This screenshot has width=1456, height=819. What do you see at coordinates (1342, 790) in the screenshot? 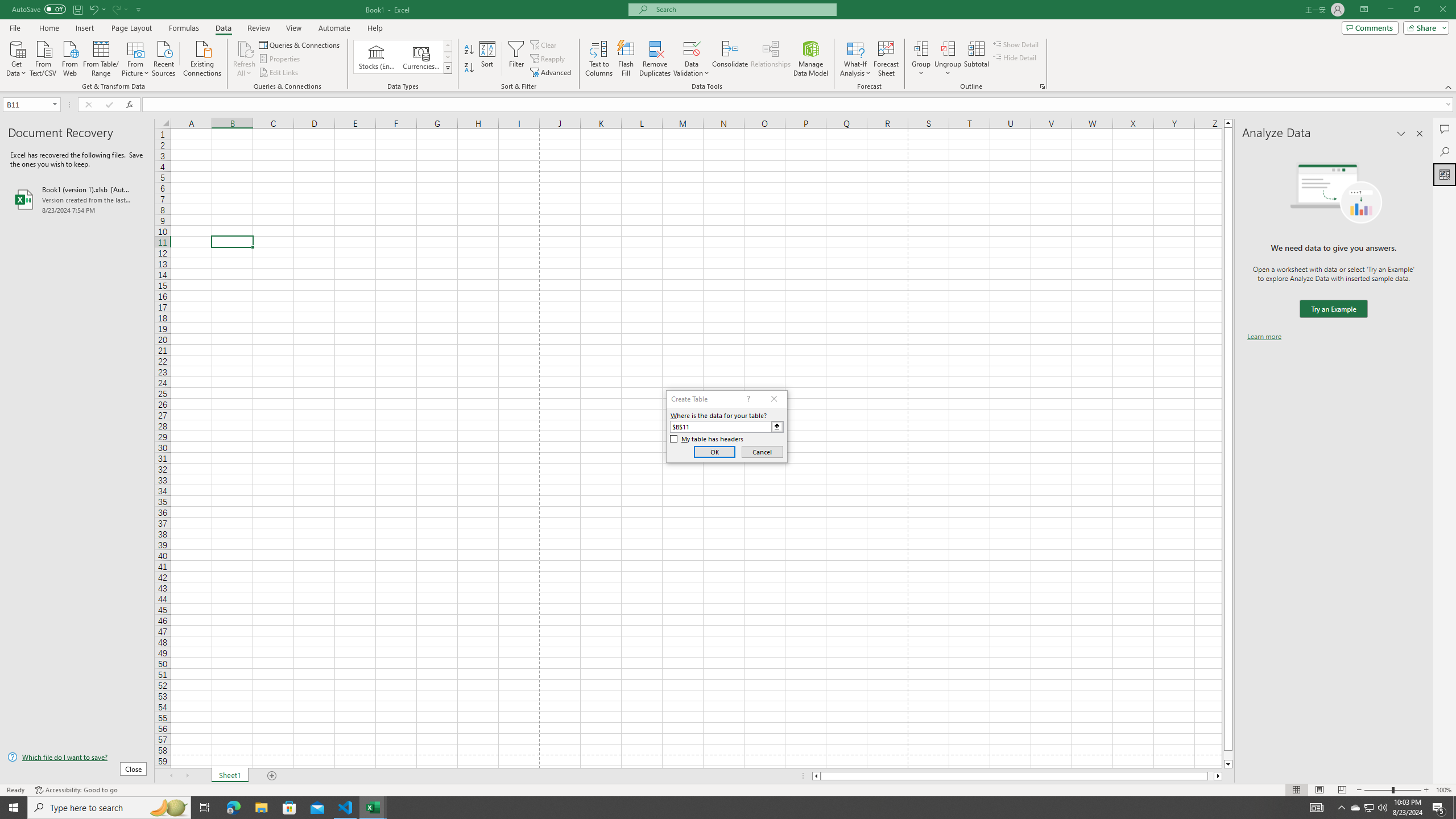
I see `'Page Break Preview'` at bounding box center [1342, 790].